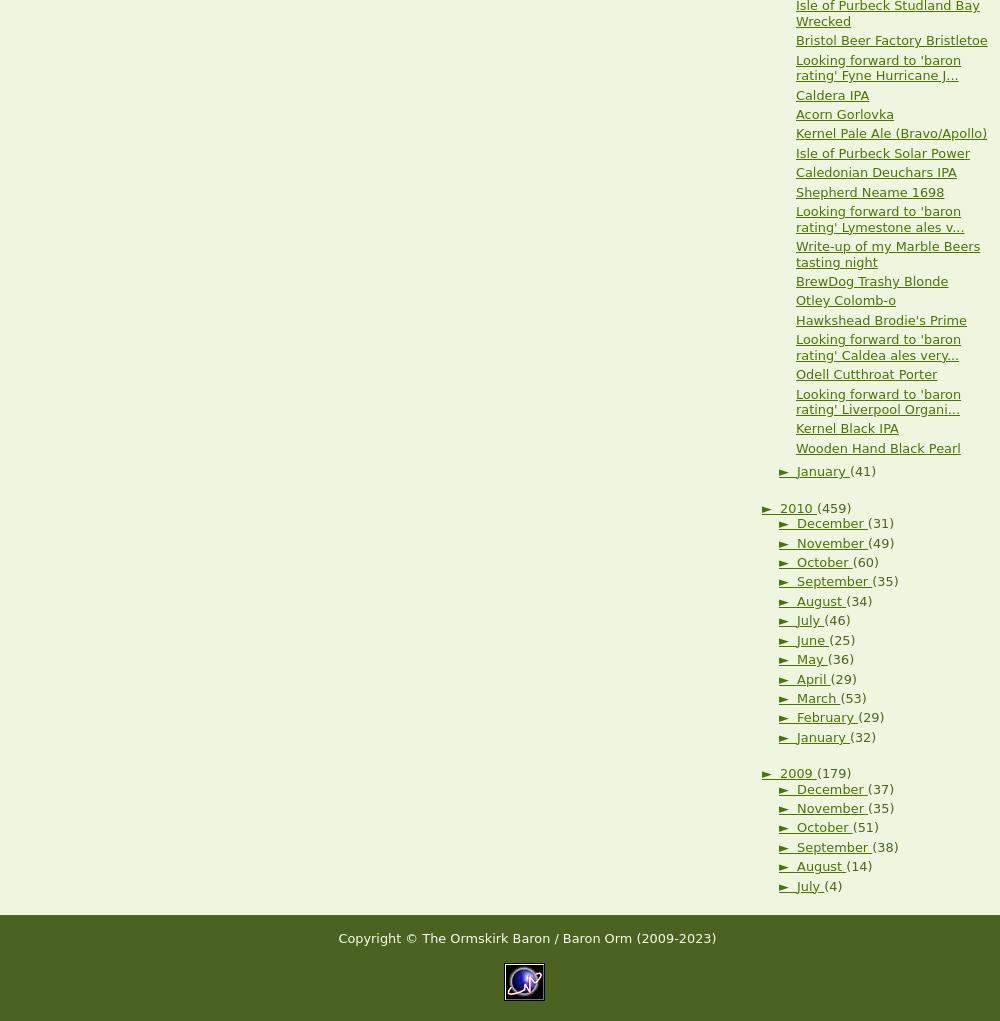 This screenshot has height=1021, width=1000. What do you see at coordinates (878, 346) in the screenshot?
I see `'Looking forward to 'baron rating' Caldea ales very...'` at bounding box center [878, 346].